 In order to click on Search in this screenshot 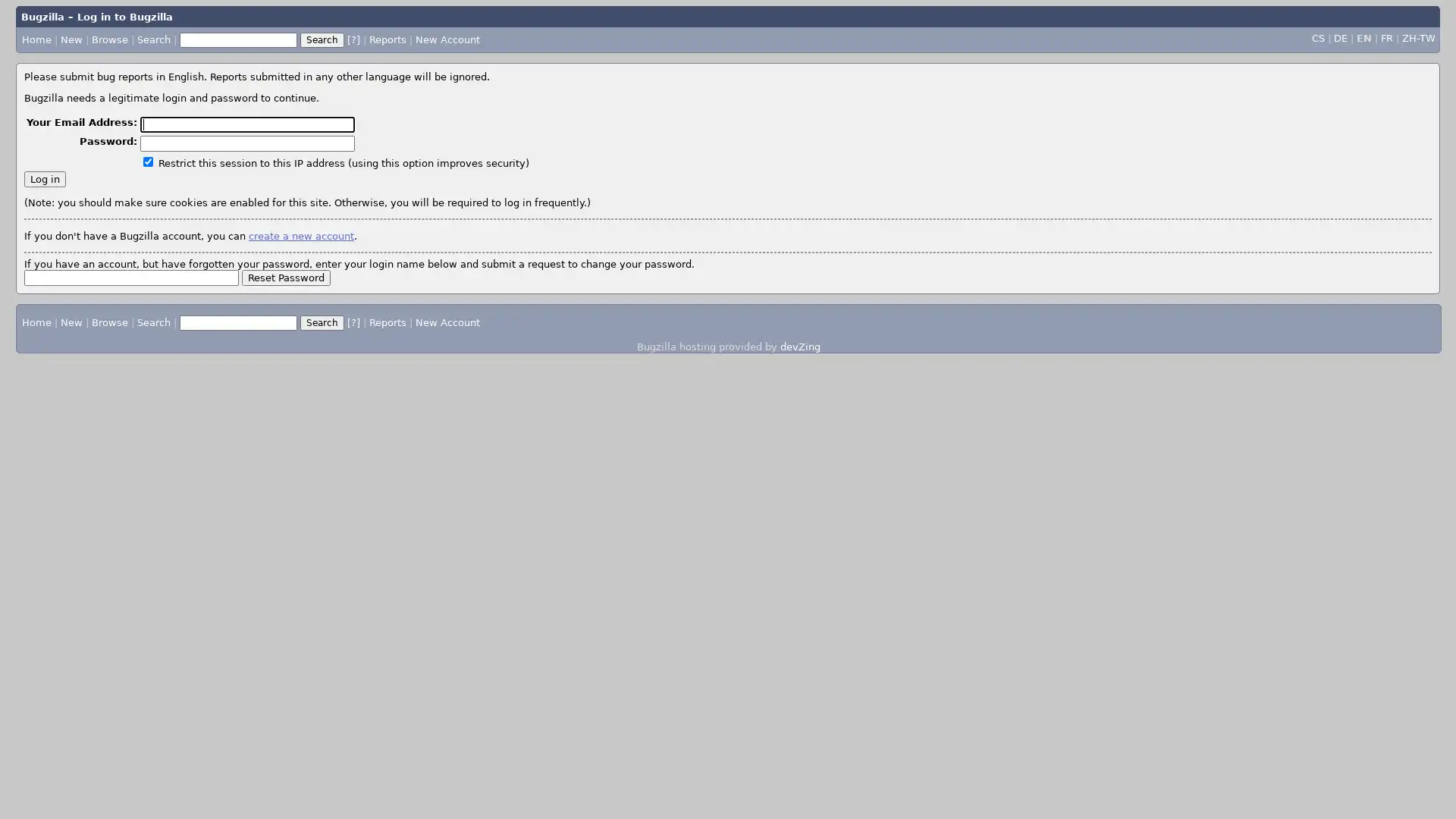, I will do `click(320, 38)`.